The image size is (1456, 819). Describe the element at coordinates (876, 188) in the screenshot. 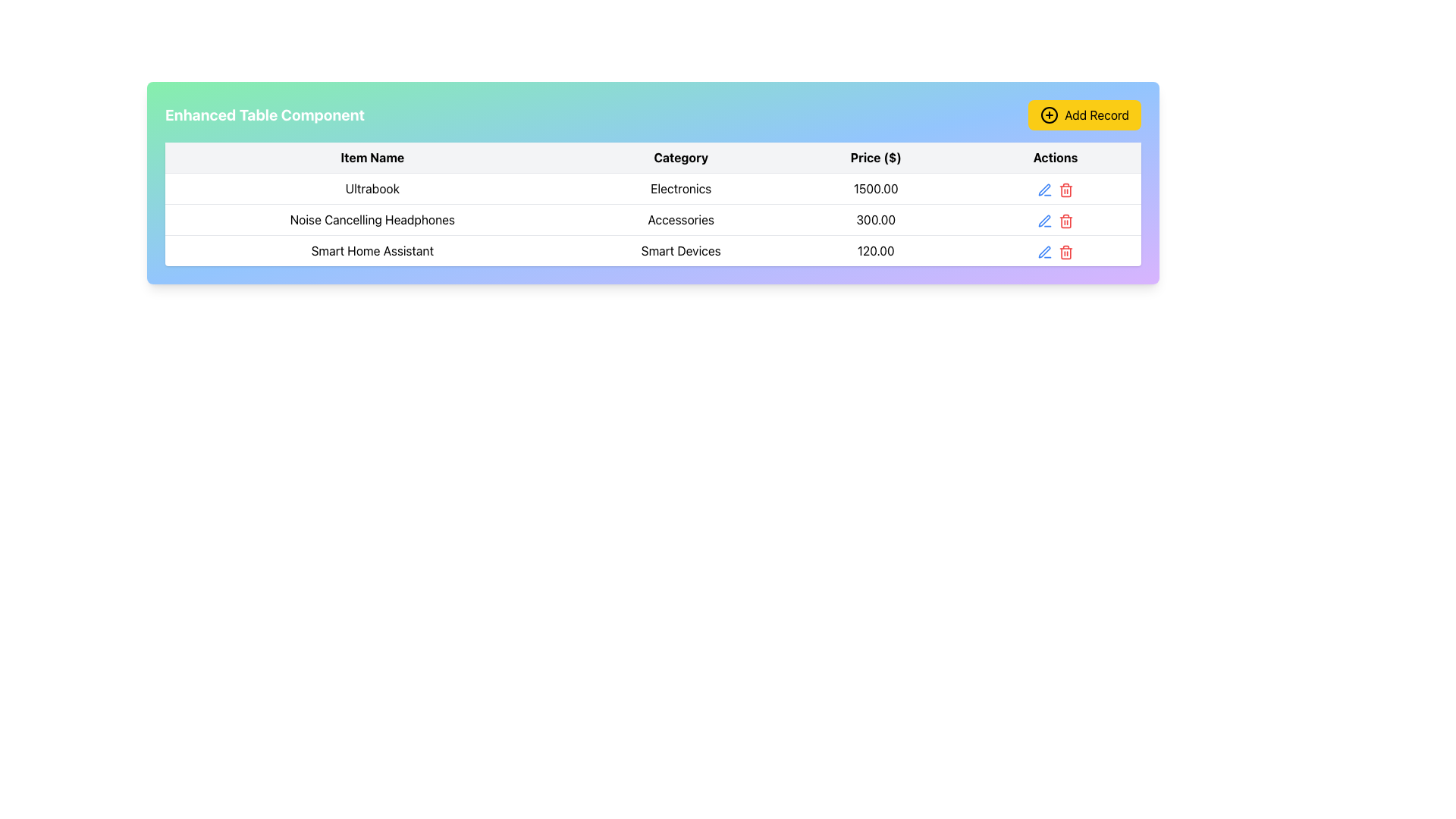

I see `the price text displaying '1500.00' in the Electronics table row, which is centered in its cell under the 'Price ($)' column` at that location.